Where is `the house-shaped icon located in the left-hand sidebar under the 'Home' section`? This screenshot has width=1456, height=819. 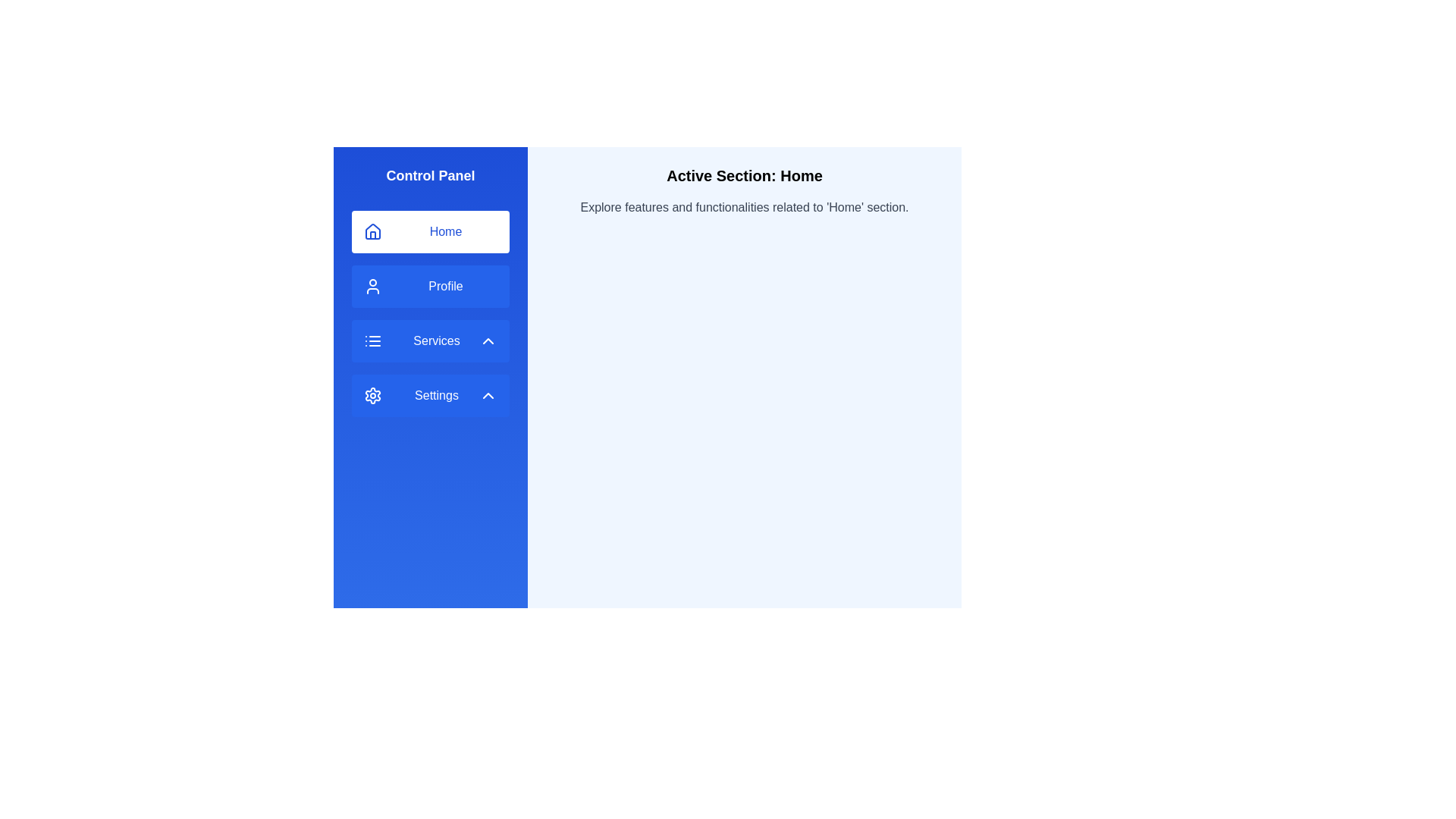
the house-shaped icon located in the left-hand sidebar under the 'Home' section is located at coordinates (372, 231).